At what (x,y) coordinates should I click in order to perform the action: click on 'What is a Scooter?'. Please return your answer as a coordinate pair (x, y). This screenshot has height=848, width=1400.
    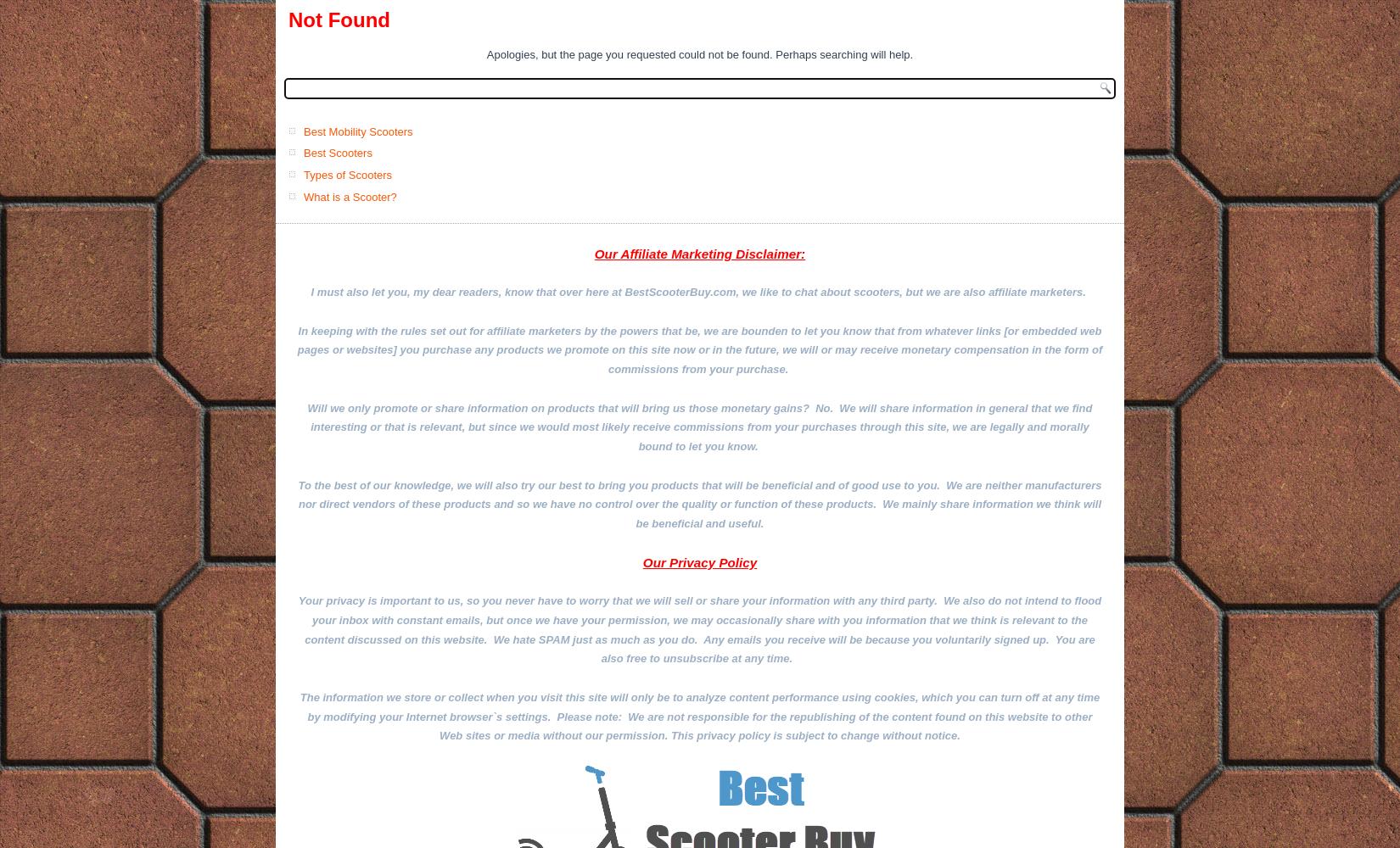
    Looking at the image, I should click on (350, 195).